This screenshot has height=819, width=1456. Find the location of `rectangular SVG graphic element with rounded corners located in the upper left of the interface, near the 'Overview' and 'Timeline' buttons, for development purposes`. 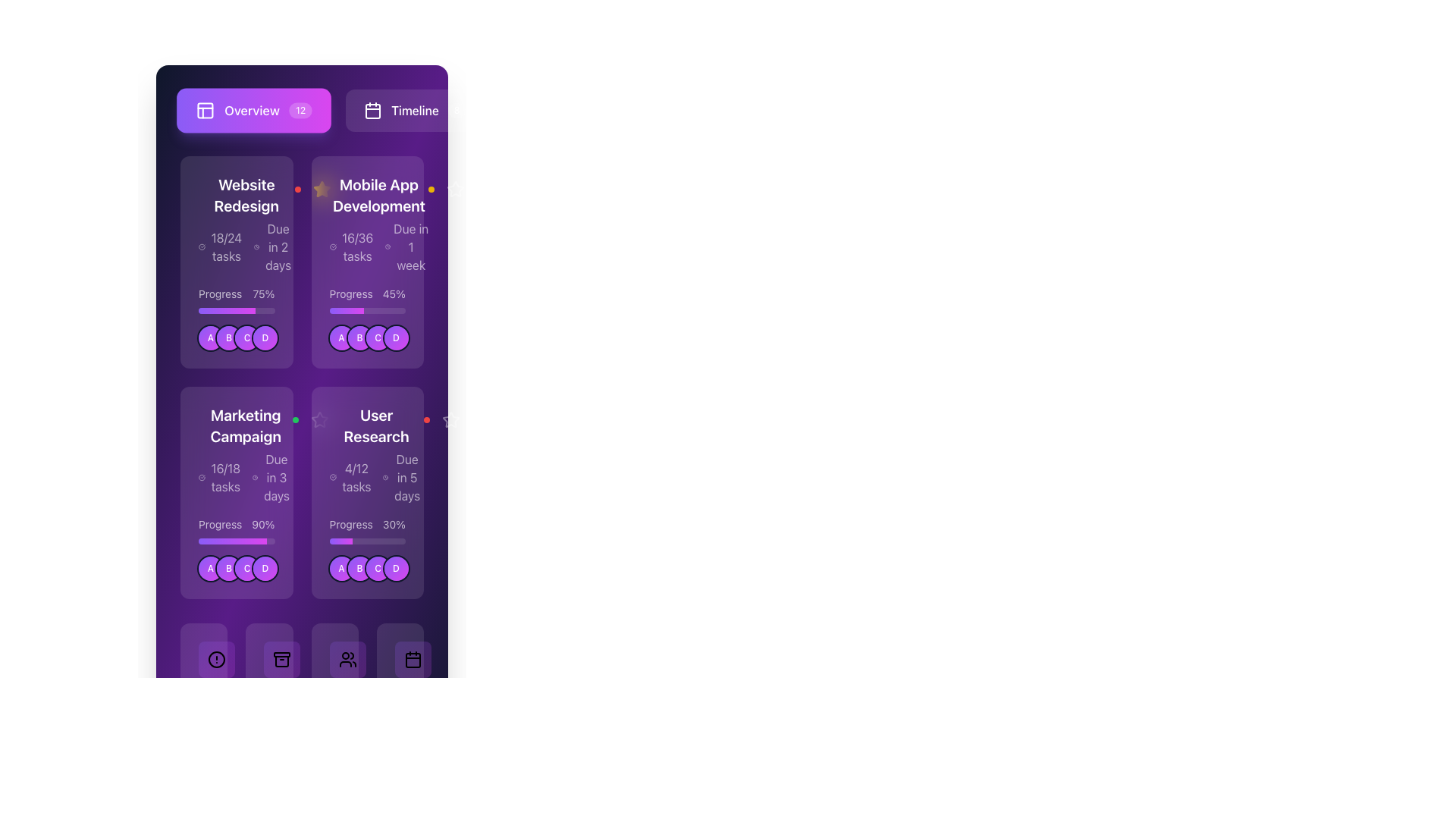

rectangular SVG graphic element with rounded corners located in the upper left of the interface, near the 'Overview' and 'Timeline' buttons, for development purposes is located at coordinates (204, 110).